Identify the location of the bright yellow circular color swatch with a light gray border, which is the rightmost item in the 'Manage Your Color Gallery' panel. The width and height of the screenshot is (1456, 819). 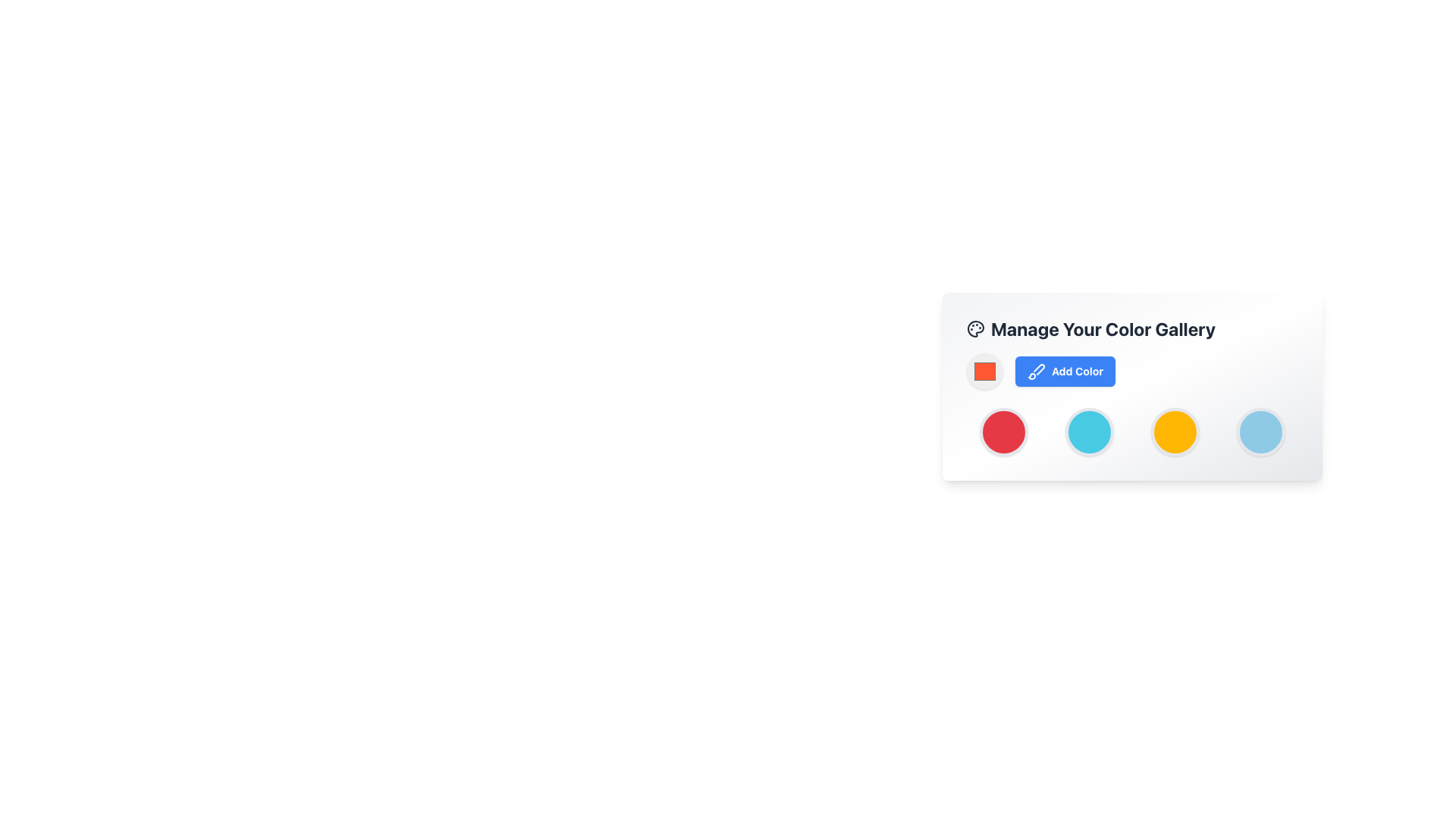
(1175, 432).